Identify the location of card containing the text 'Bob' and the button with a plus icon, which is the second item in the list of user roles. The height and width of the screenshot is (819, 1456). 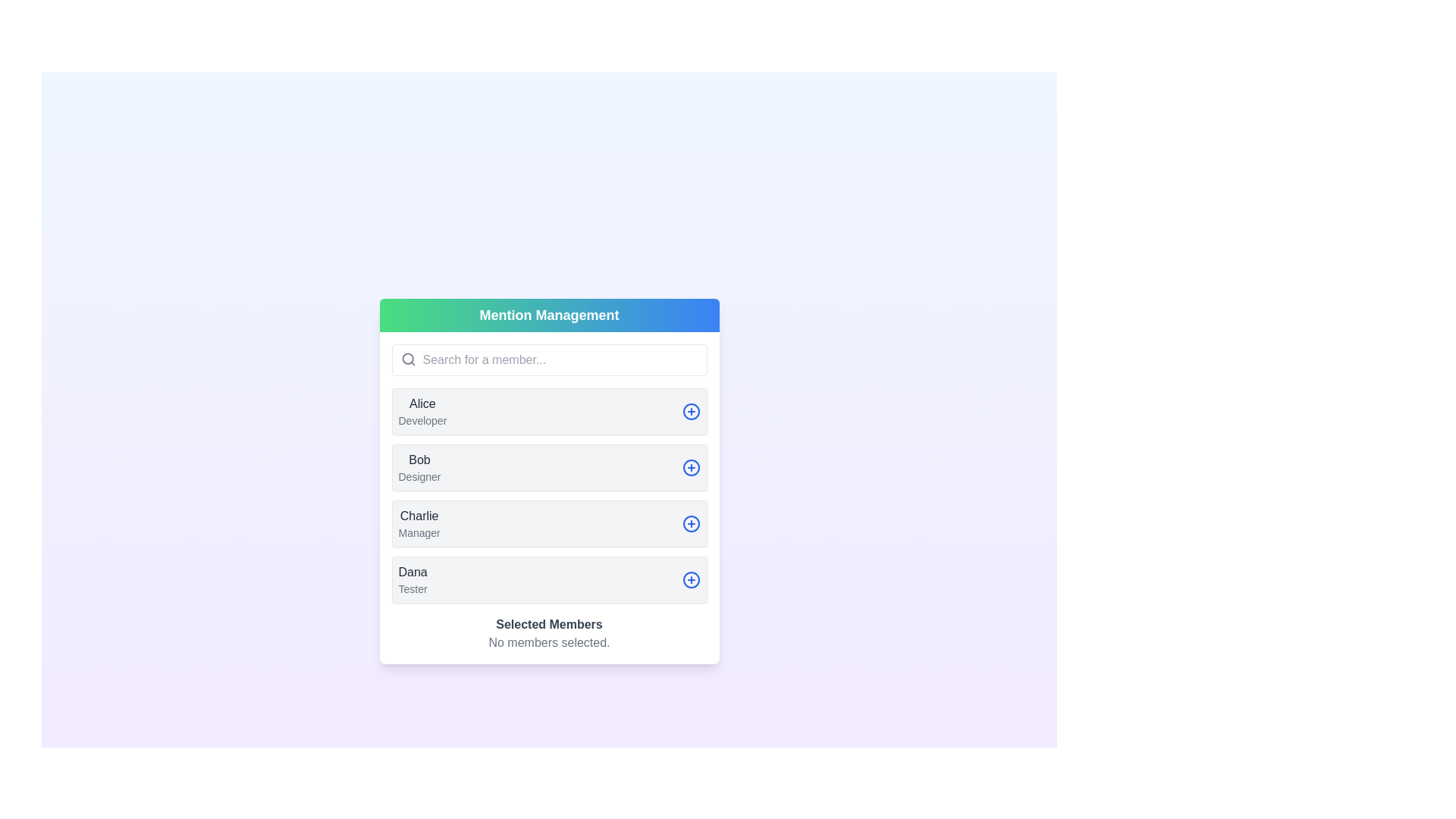
(548, 467).